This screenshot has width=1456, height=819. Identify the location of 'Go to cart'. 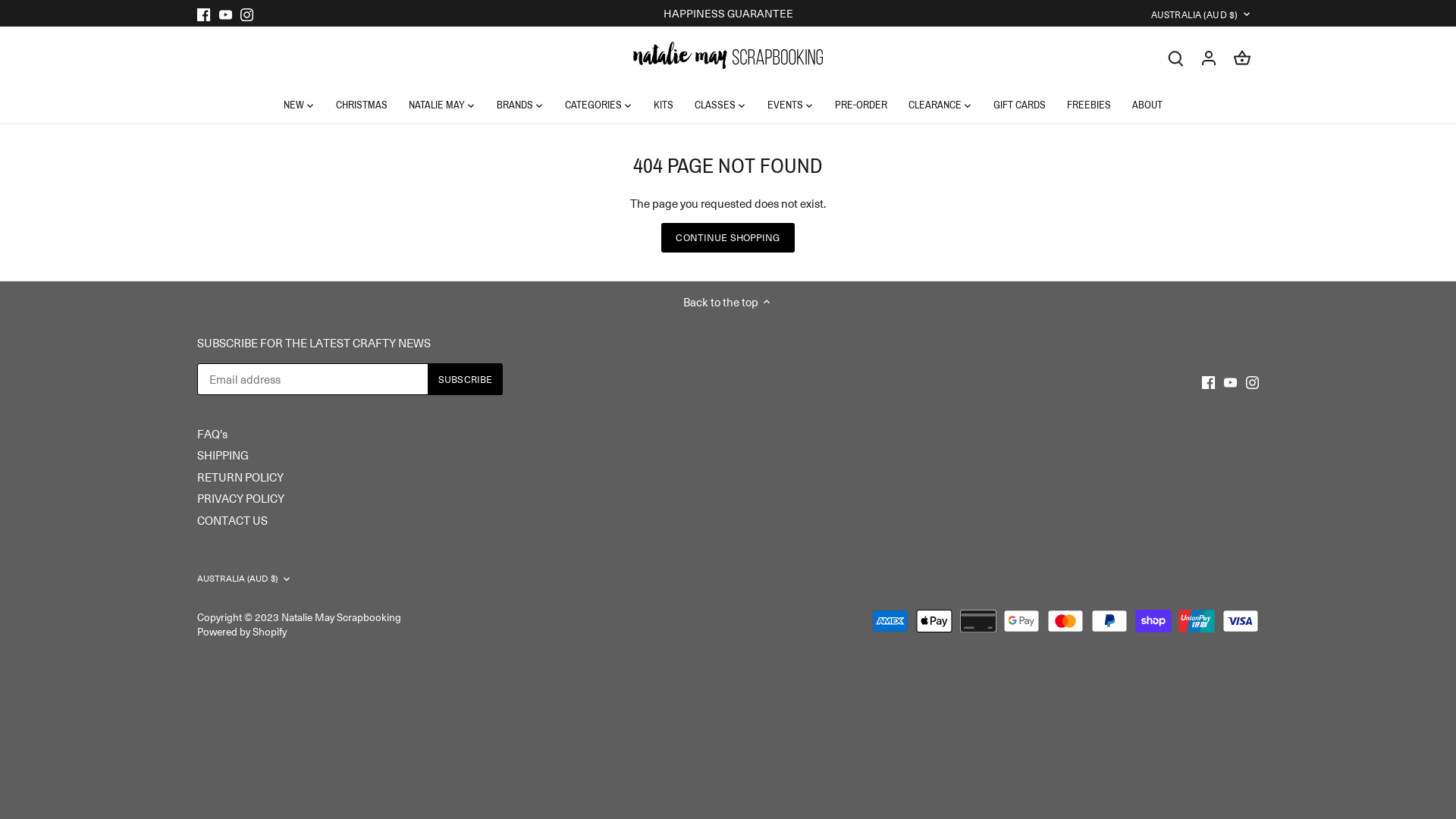
(1241, 56).